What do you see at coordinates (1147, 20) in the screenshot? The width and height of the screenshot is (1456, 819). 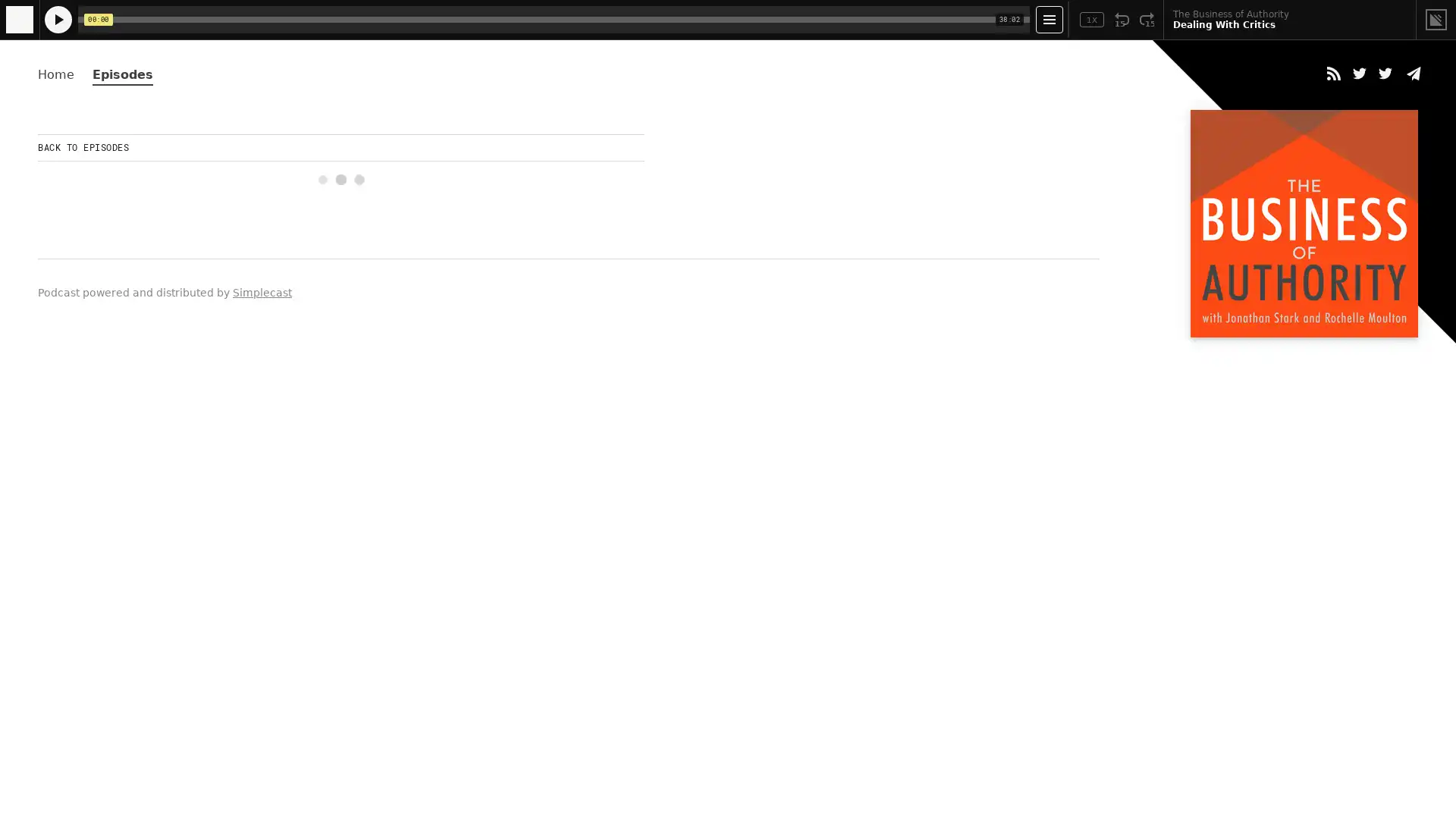 I see `Fast Forward 15 Seconds` at bounding box center [1147, 20].